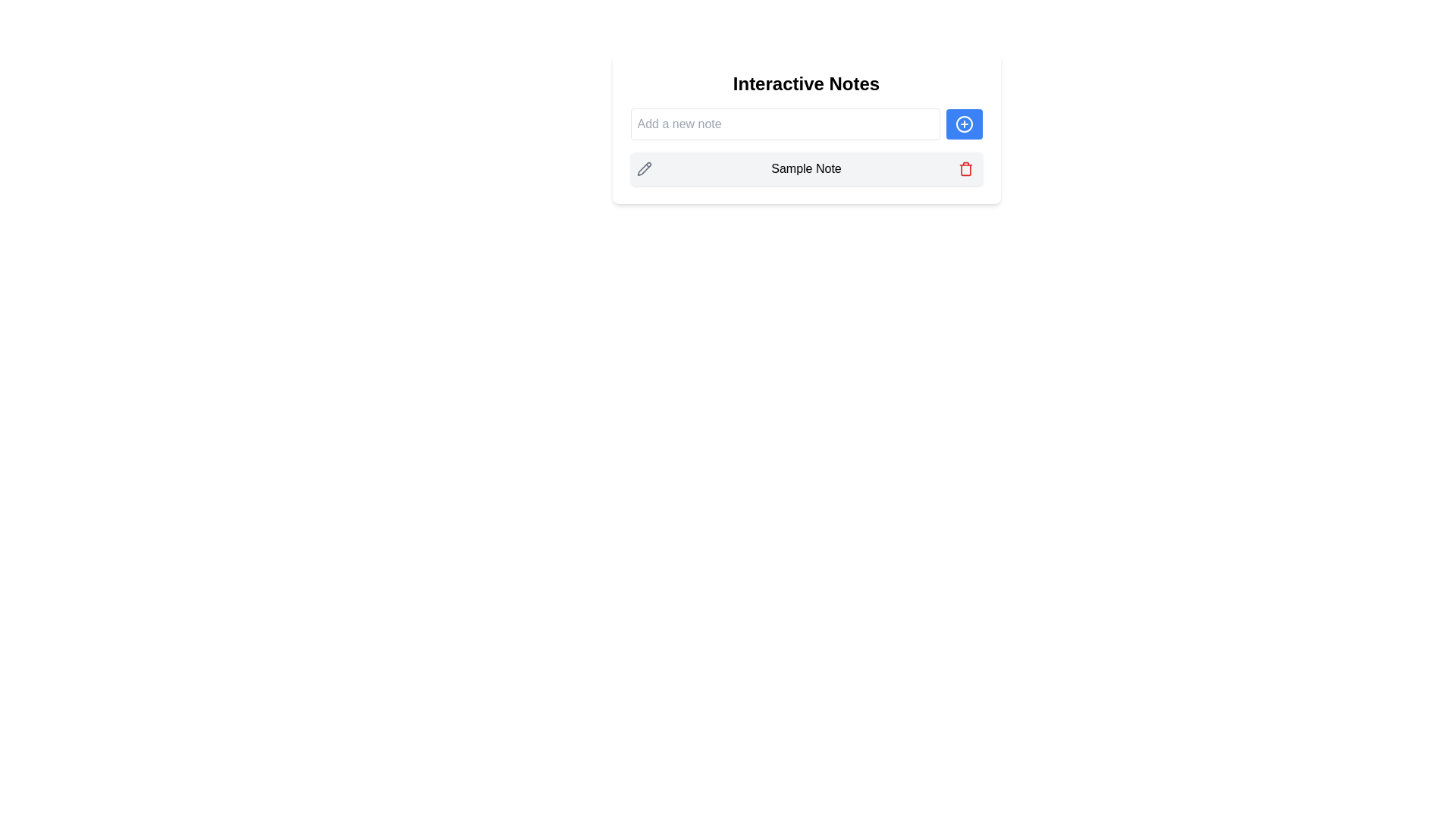 The height and width of the screenshot is (819, 1456). I want to click on the Label displaying 'Sample Note', which is centrally positioned with bold black text on a light gray background, so click(805, 169).